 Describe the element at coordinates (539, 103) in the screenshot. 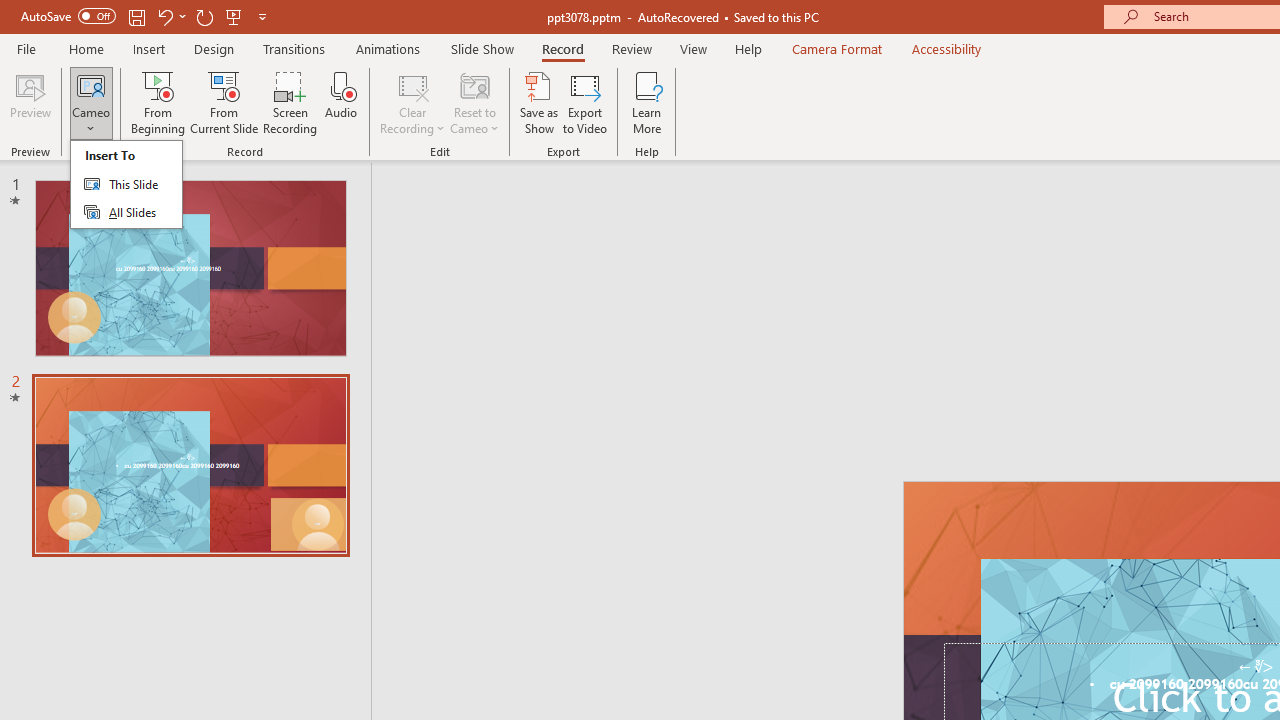

I see `'Save as Show'` at that location.